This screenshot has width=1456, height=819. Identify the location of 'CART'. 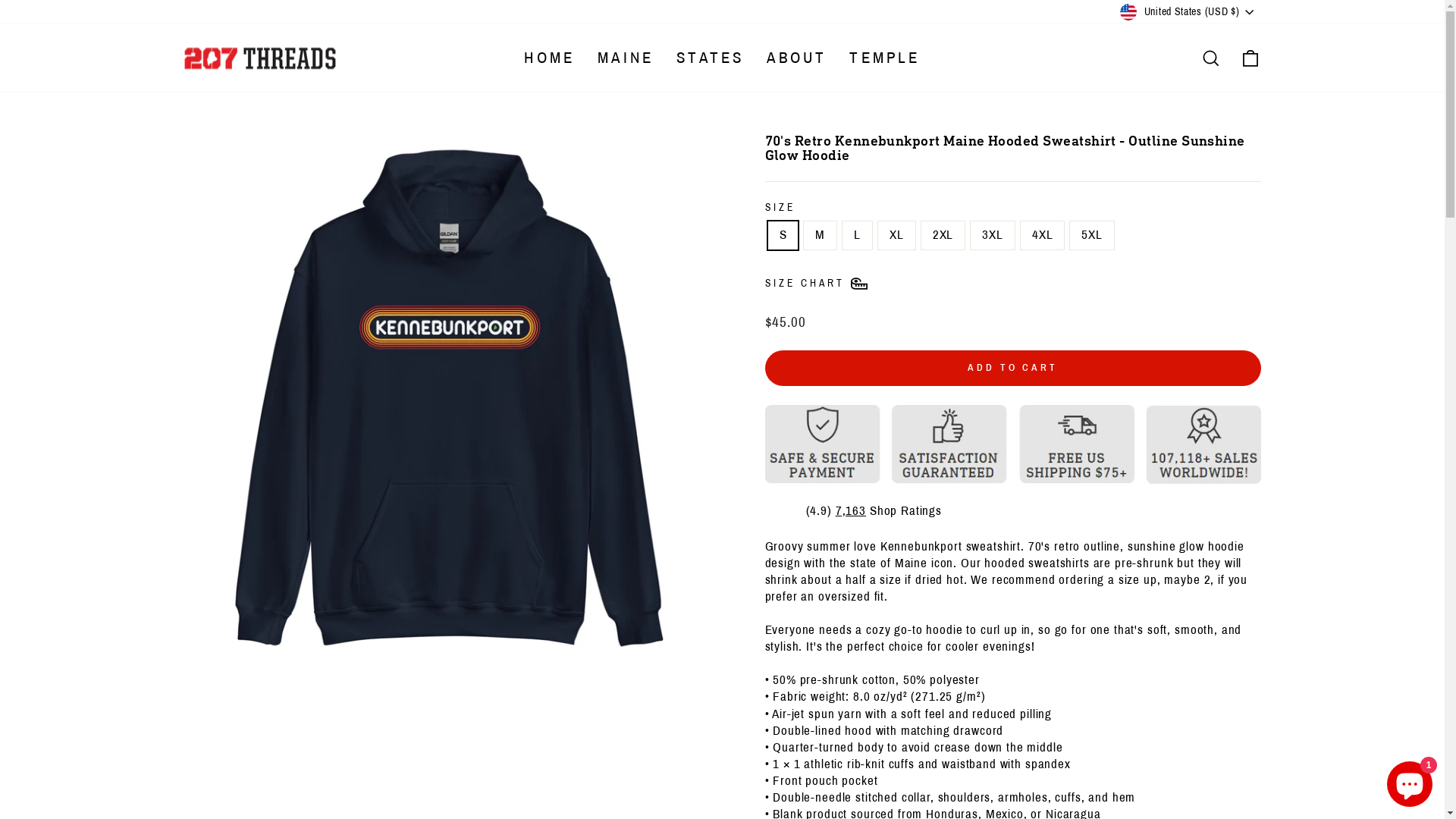
(1249, 57).